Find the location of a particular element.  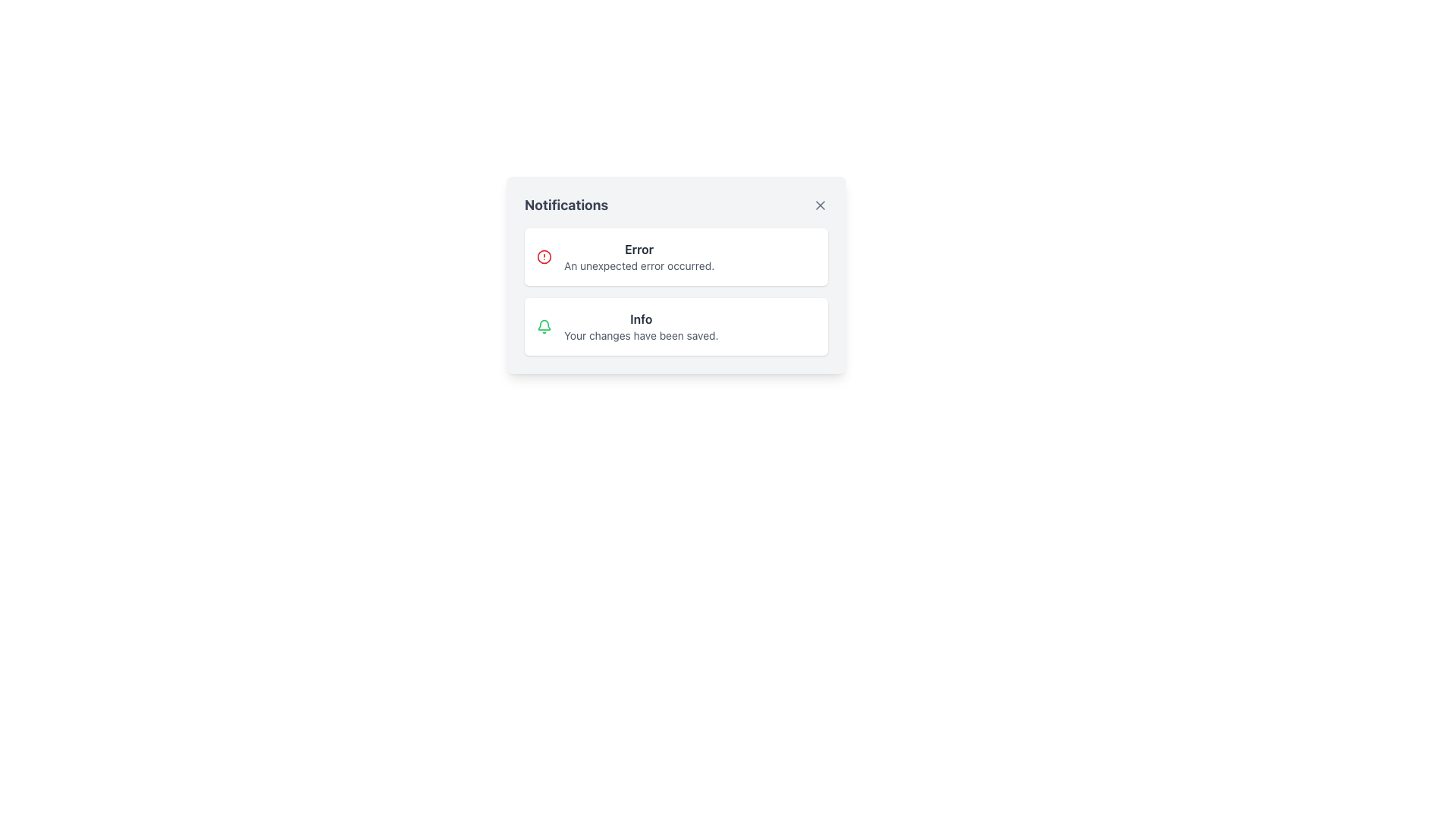

the text label displaying 'An unexpected error occurred.' within the notification card titled 'Error' is located at coordinates (639, 265).